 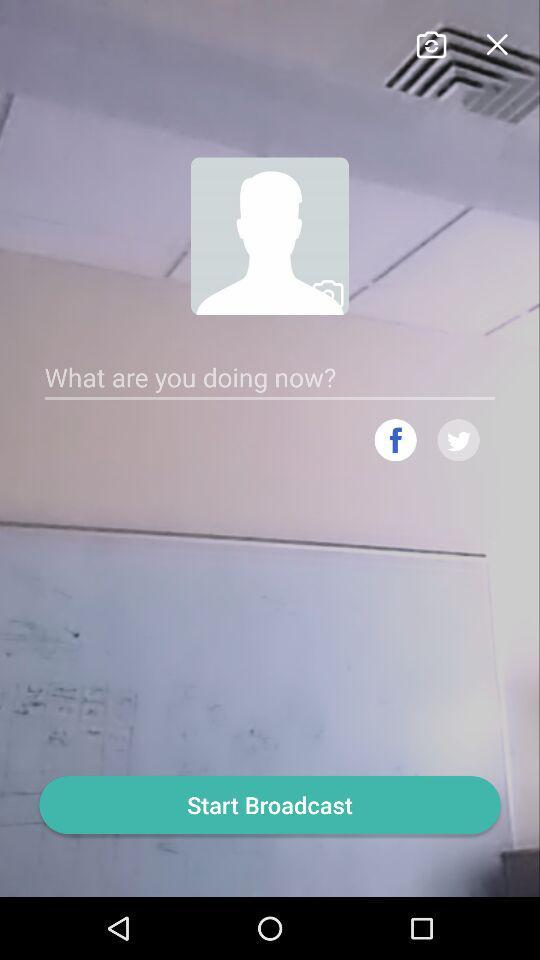 What do you see at coordinates (430, 44) in the screenshot?
I see `the photo icon` at bounding box center [430, 44].